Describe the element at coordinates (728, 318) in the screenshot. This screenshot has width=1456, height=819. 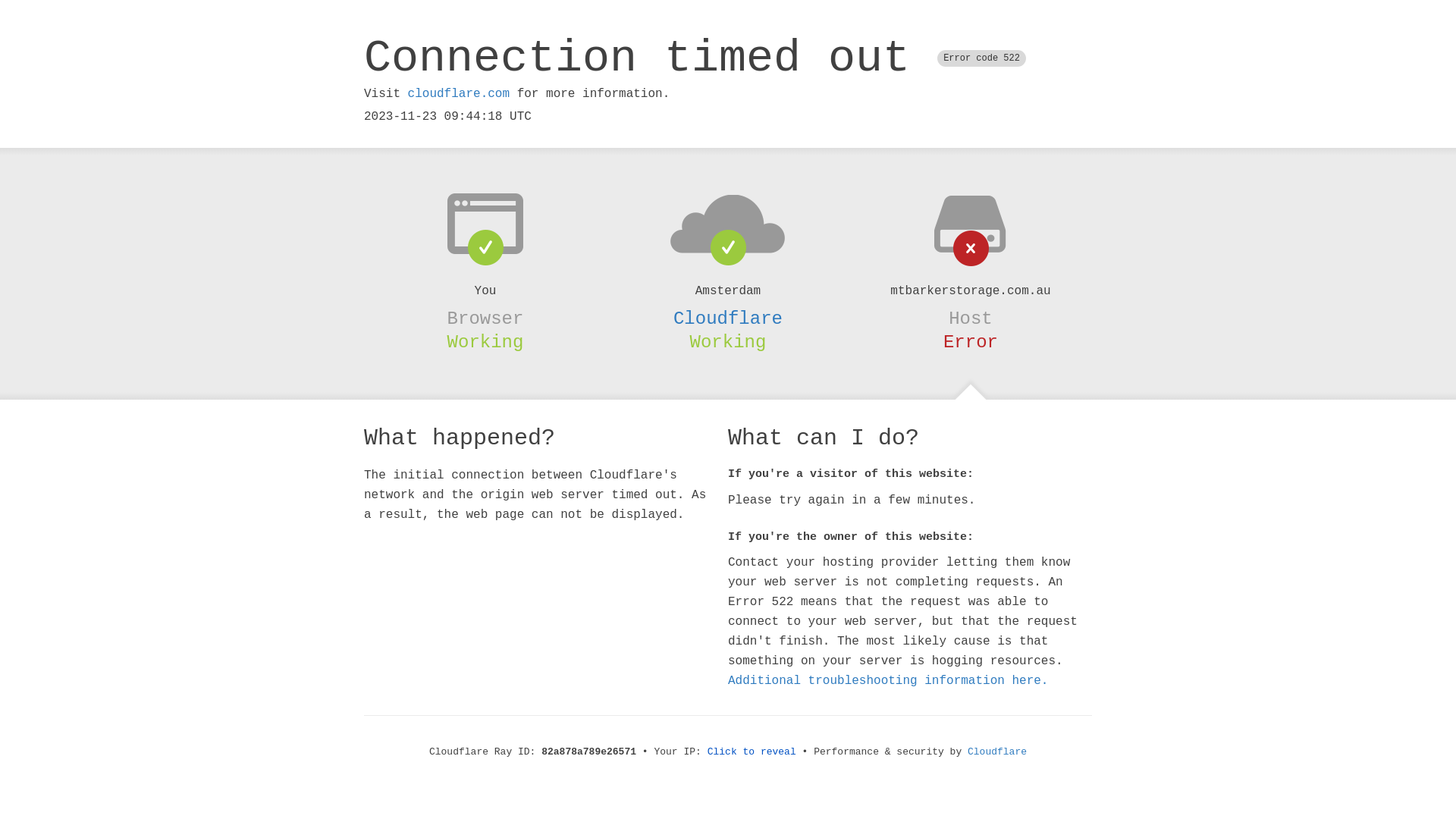
I see `'Cloudflare'` at that location.